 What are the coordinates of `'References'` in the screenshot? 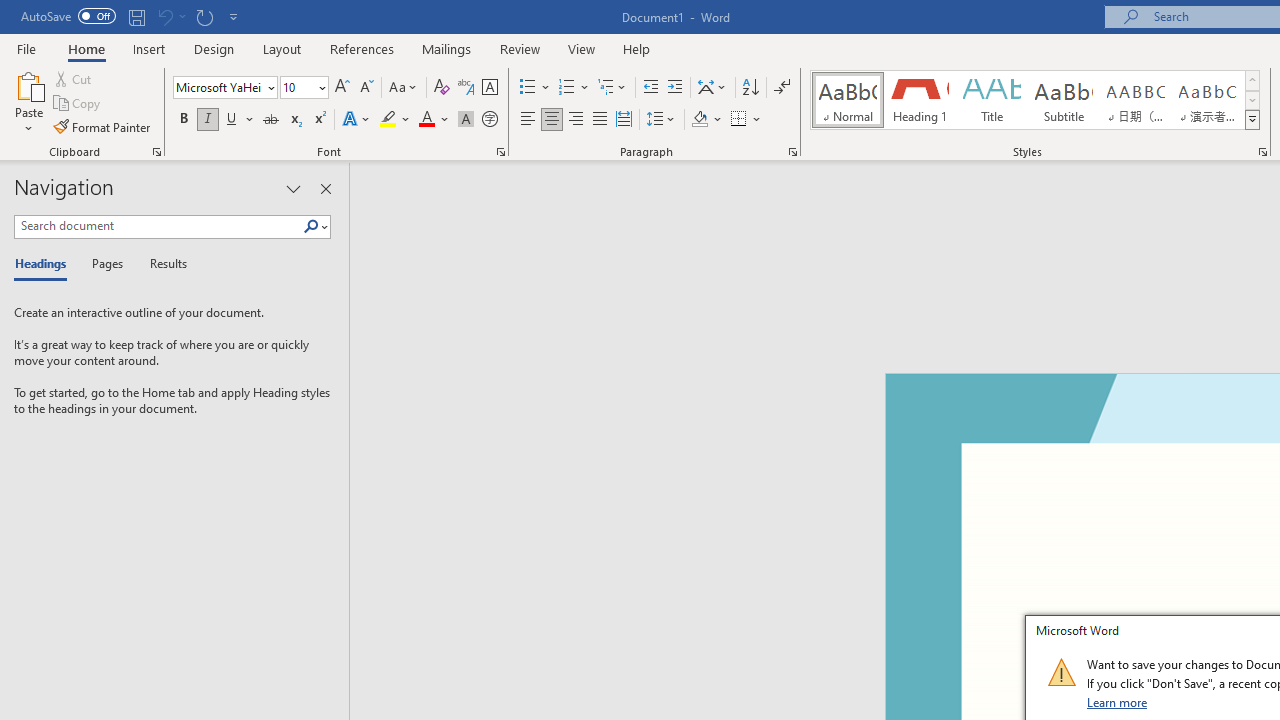 It's located at (362, 48).